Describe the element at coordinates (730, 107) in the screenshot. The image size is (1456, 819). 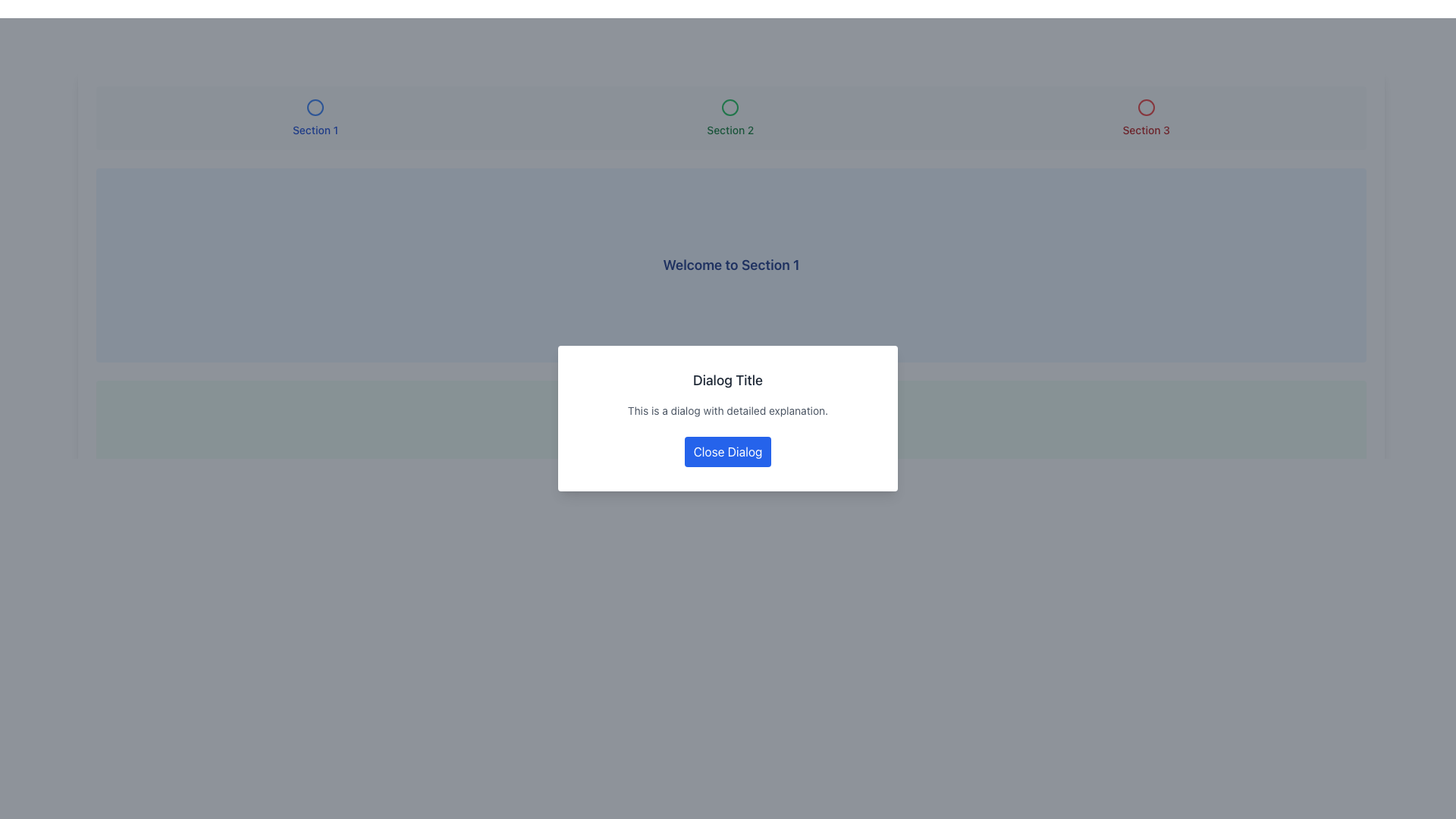
I see `the icon associated with 'Section 2' located at the top center of the interface, positioned directly above the text label 'Section 2'` at that location.